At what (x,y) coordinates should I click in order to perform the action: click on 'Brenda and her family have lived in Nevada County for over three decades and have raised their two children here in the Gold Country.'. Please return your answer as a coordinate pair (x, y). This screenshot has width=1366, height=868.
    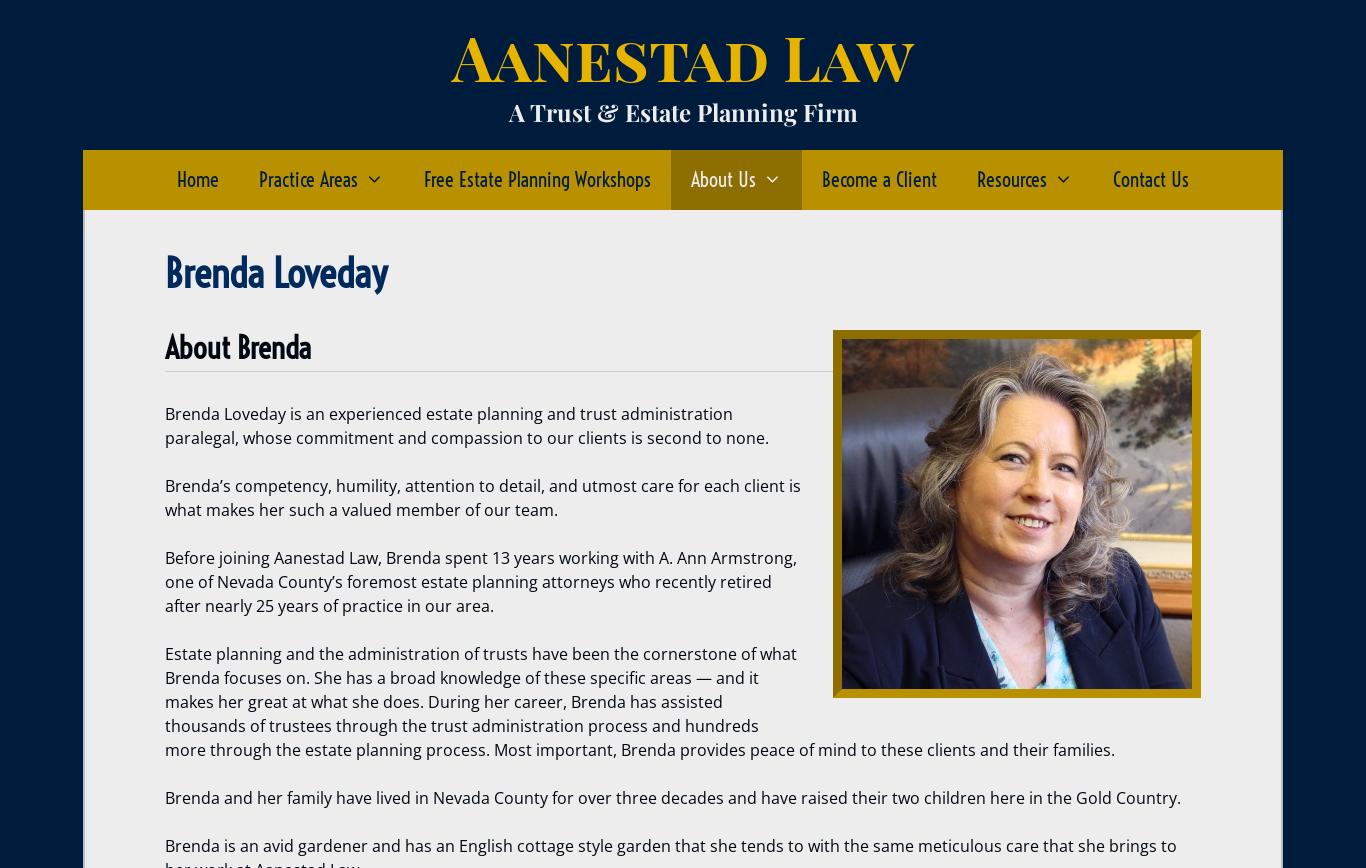
    Looking at the image, I should click on (672, 798).